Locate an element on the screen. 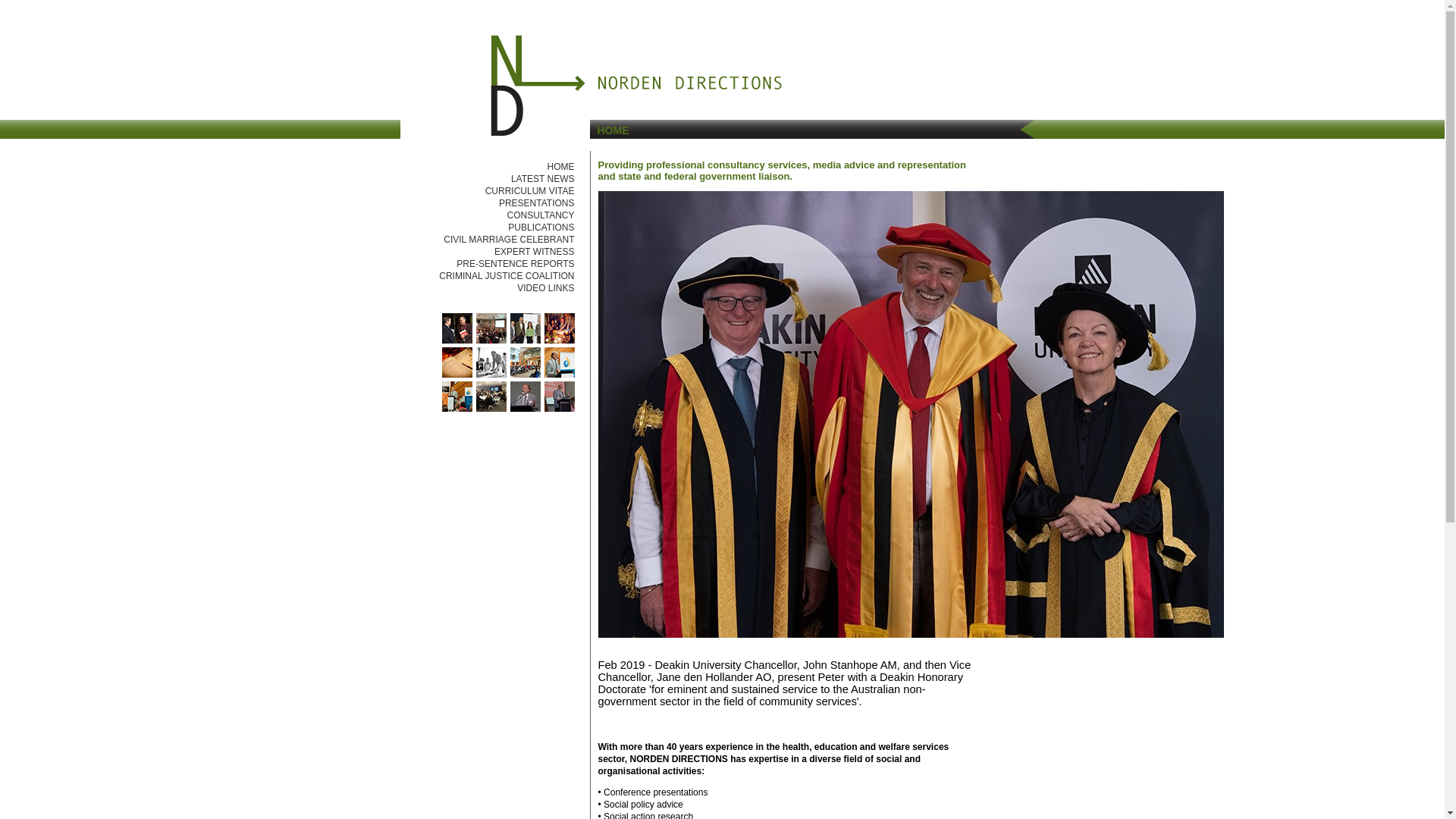  'CIVIL MARRIAGE CELEBRANT' is located at coordinates (509, 239).